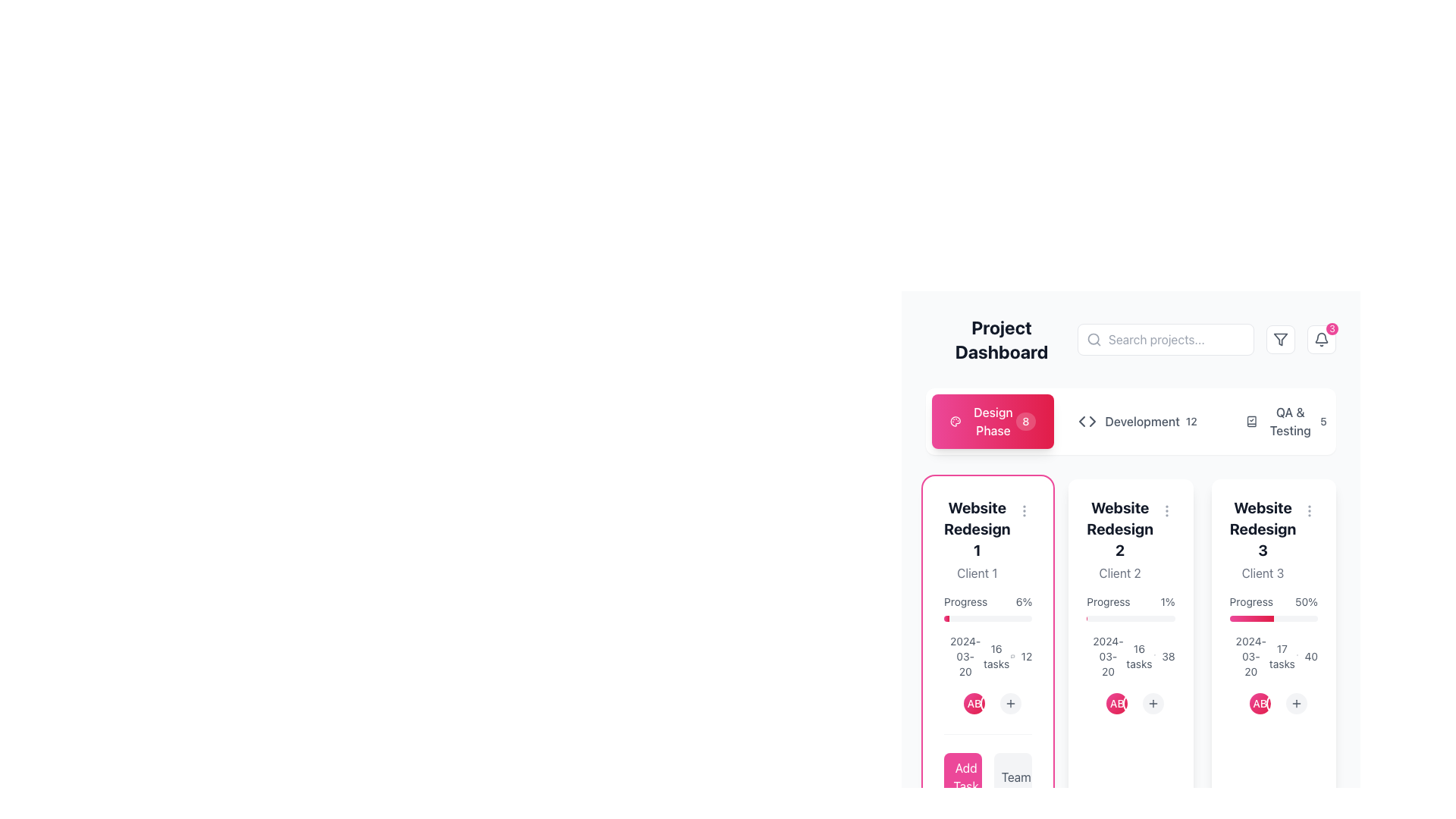  Describe the element at coordinates (1309, 511) in the screenshot. I see `the vertical ellipsis icon in the top-right corner of the 'Website Redesign 3' card` at that location.